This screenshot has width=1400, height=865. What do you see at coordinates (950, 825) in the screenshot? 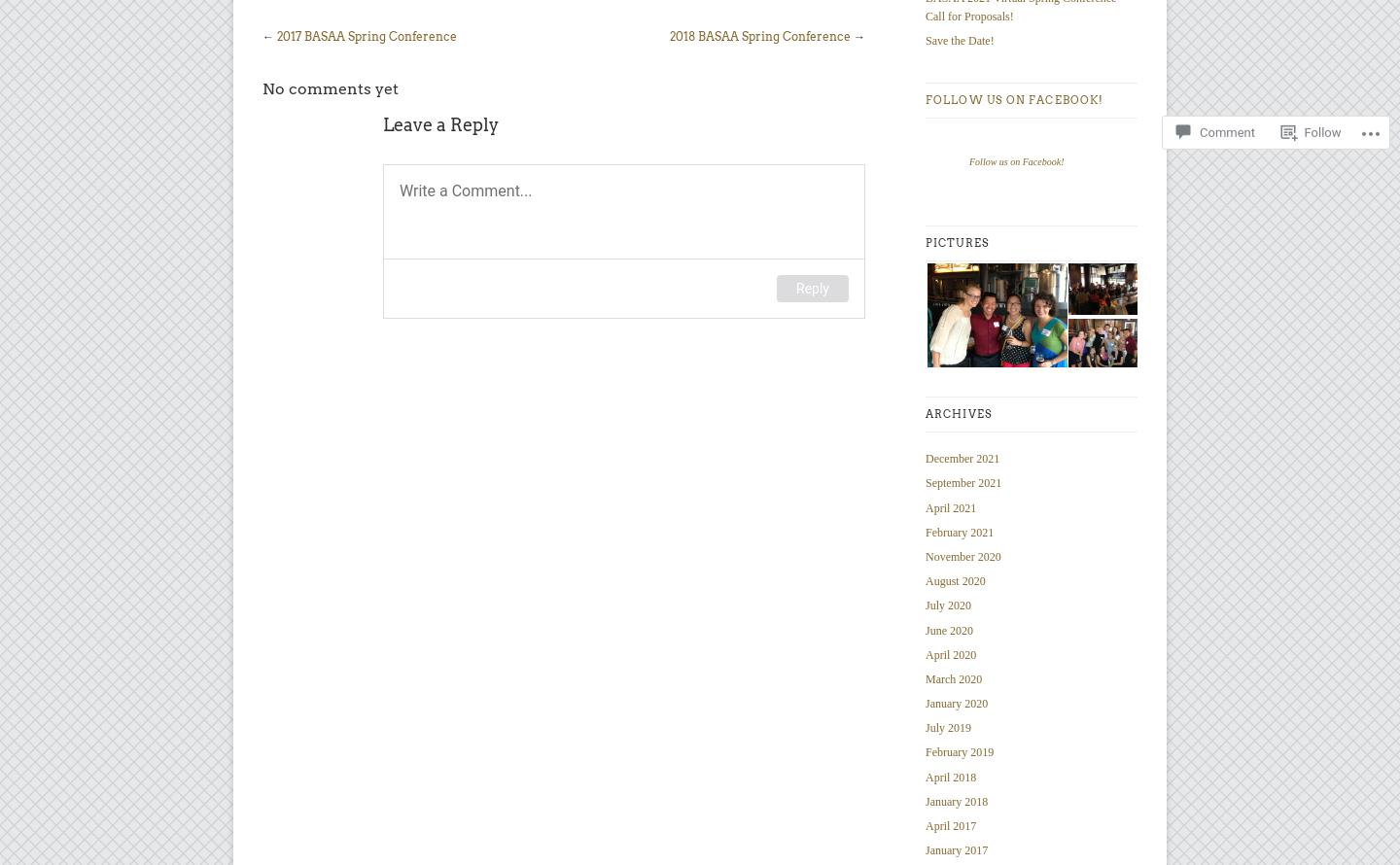
I see `'April 2017'` at bounding box center [950, 825].